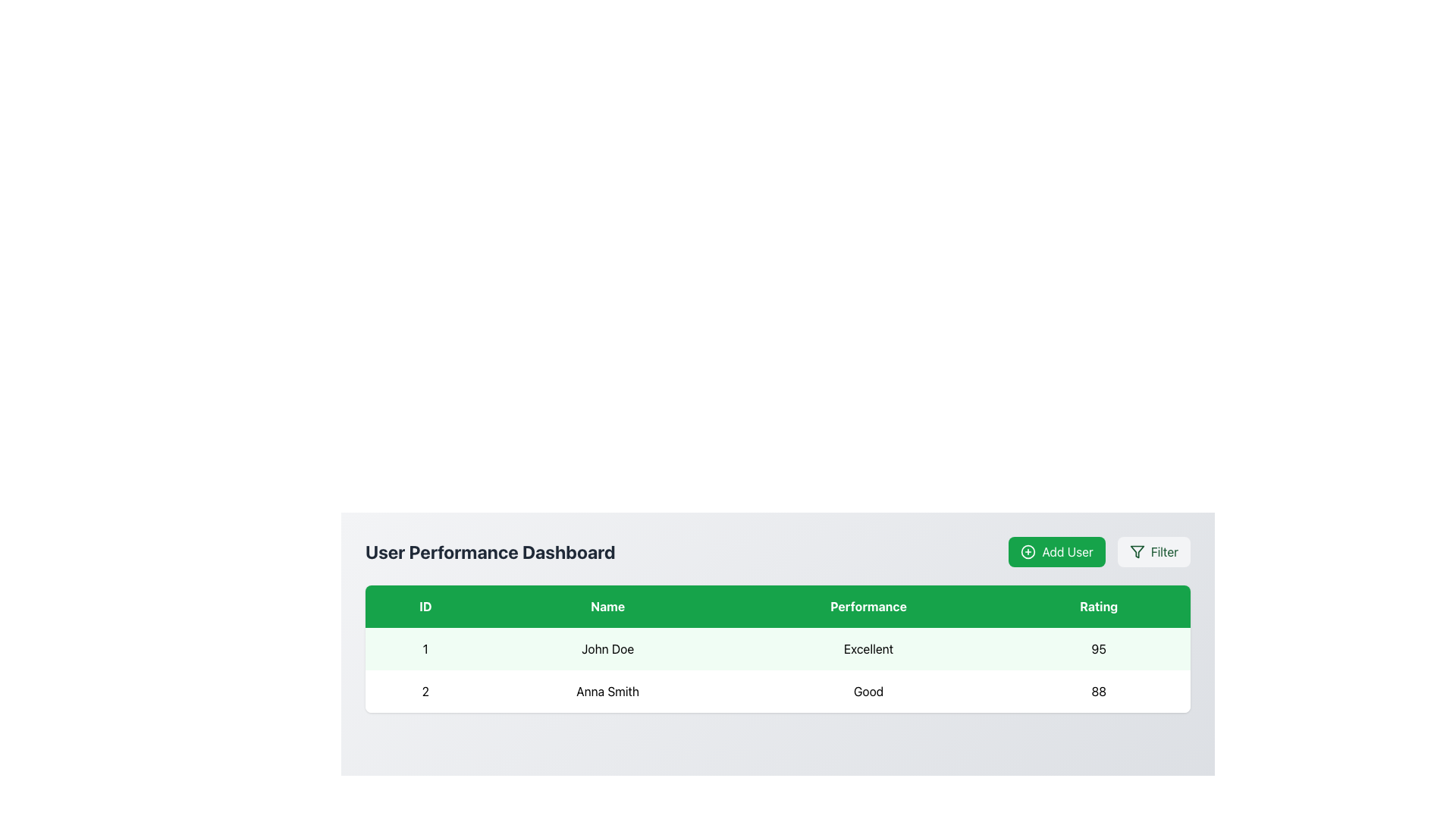 The width and height of the screenshot is (1456, 819). What do you see at coordinates (607, 648) in the screenshot?
I see `the text cell containing 'John Doe', which is the second cell in the first row of the table under the 'Name' column` at bounding box center [607, 648].